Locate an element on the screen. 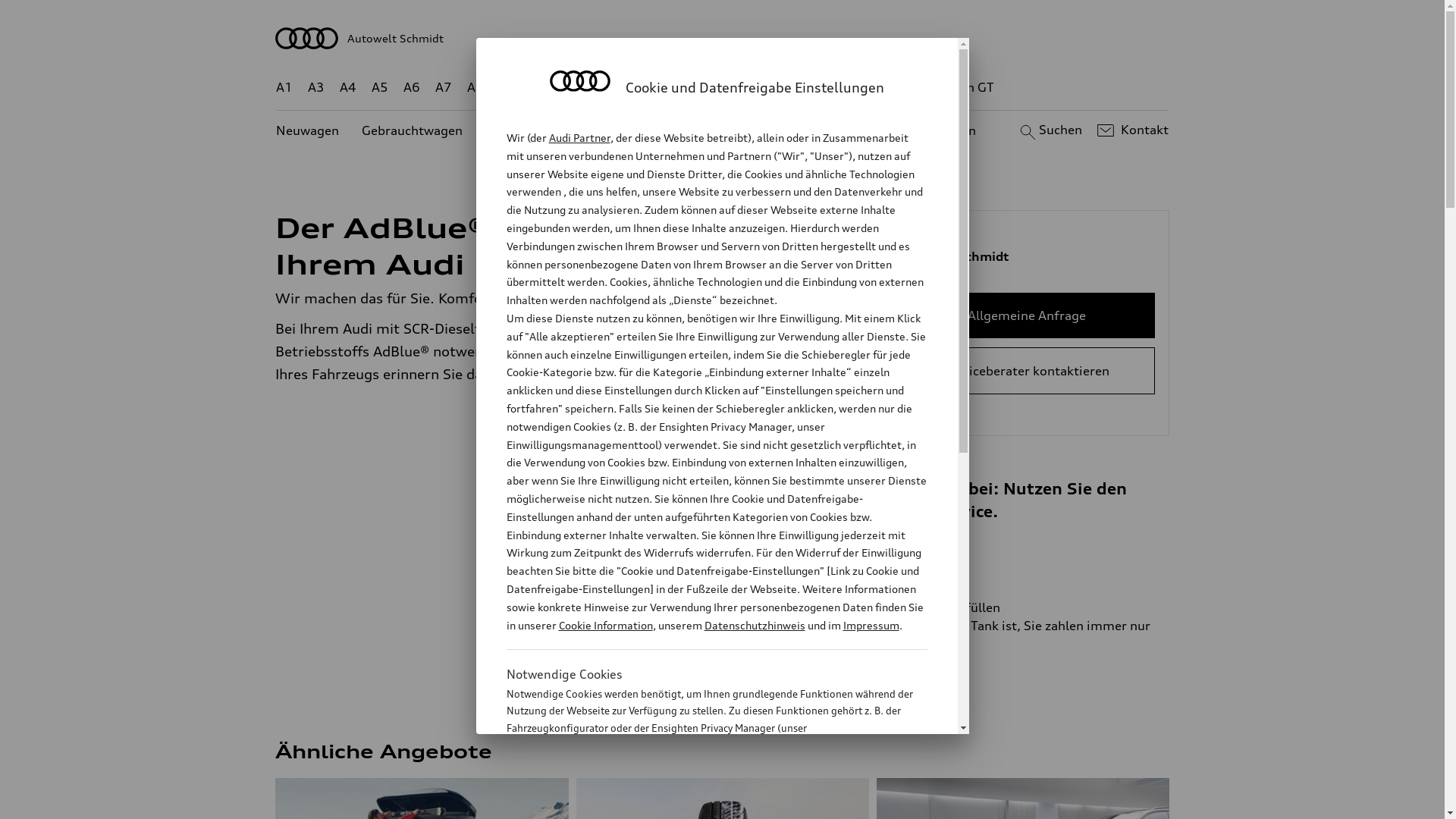 The height and width of the screenshot is (819, 1456). 'Q2' is located at coordinates (507, 87).